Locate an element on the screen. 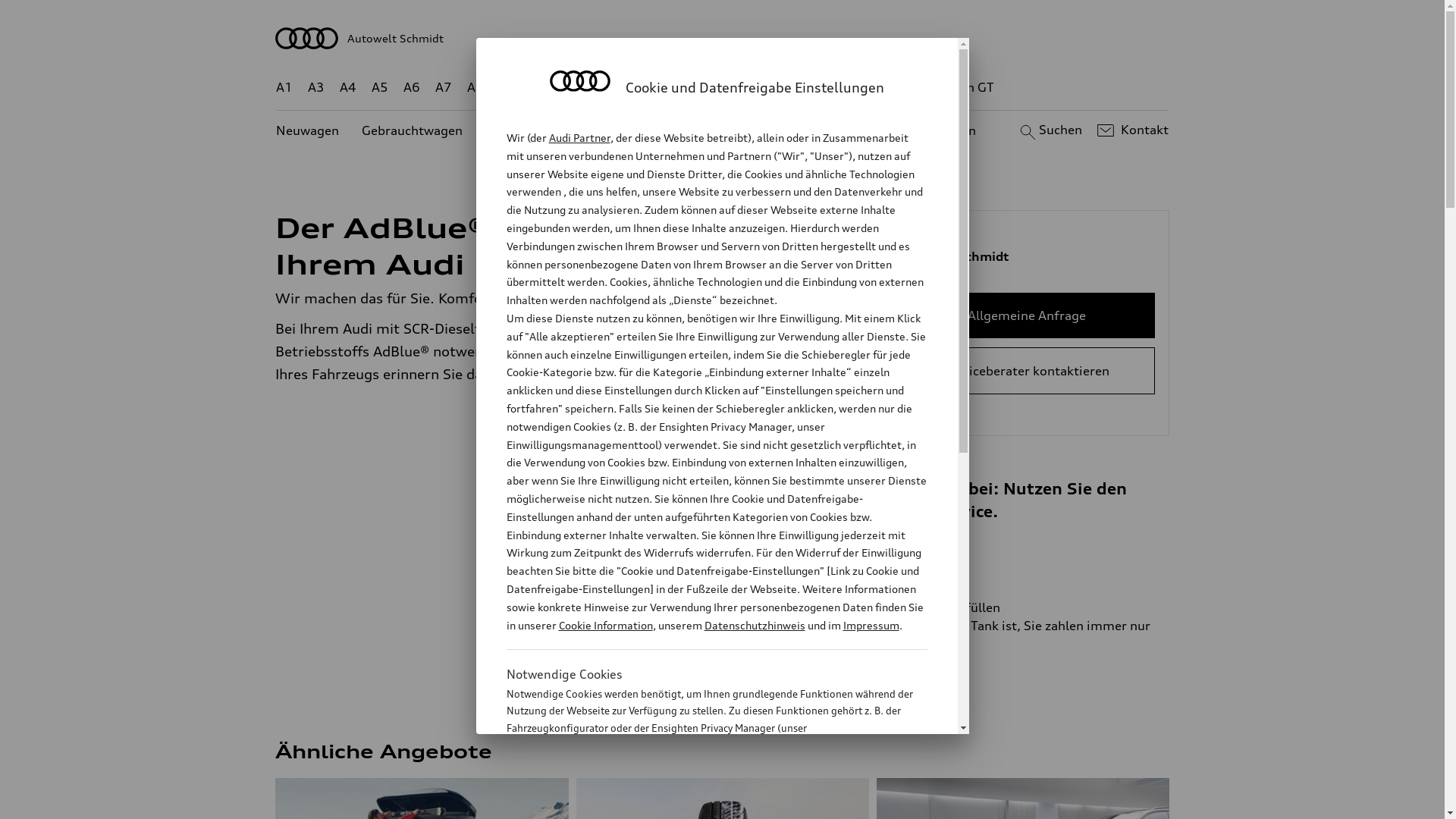 The height and width of the screenshot is (819, 1456). 'Q2' is located at coordinates (507, 87).